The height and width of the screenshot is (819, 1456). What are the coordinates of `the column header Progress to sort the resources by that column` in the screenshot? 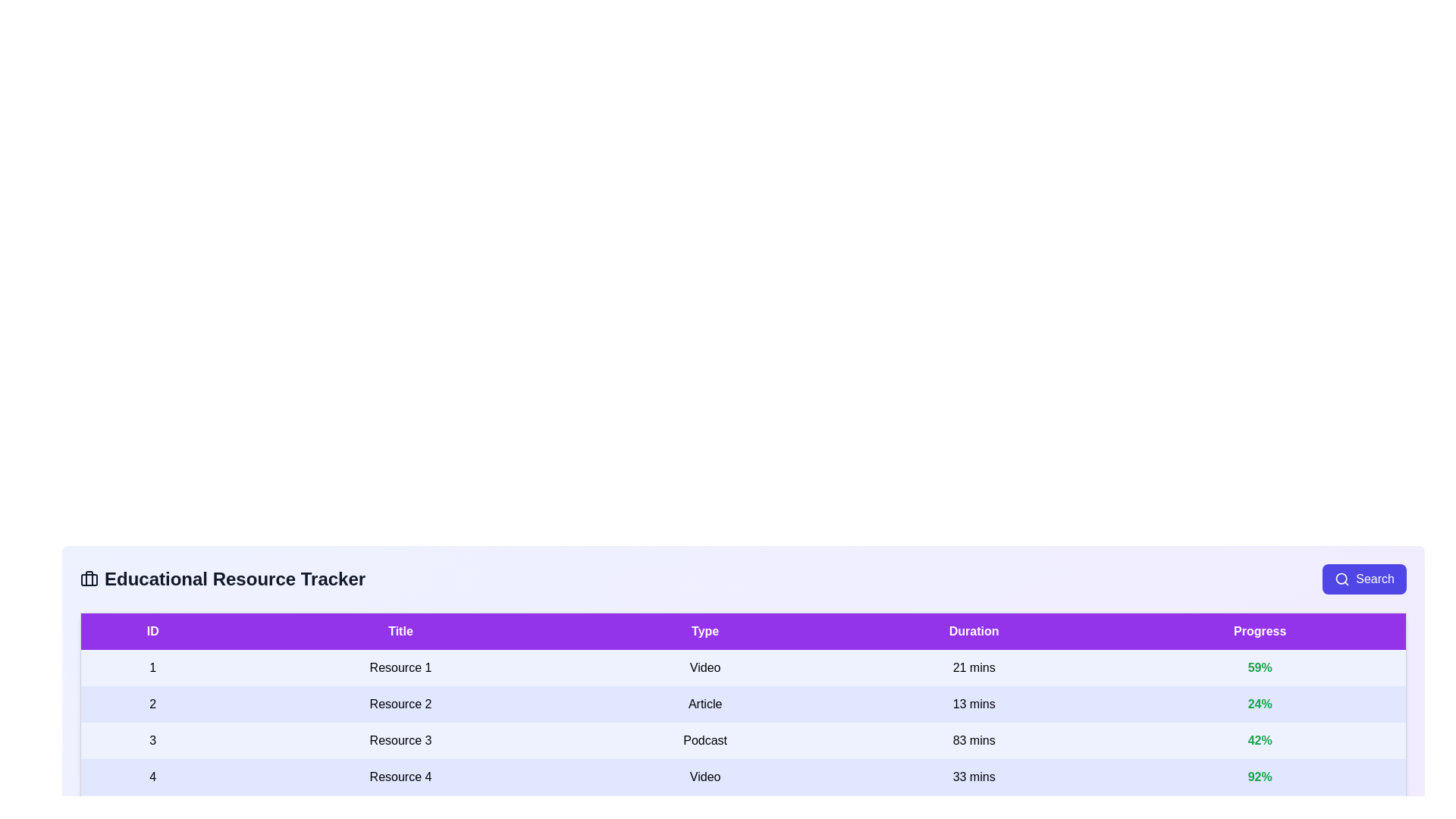 It's located at (1260, 631).